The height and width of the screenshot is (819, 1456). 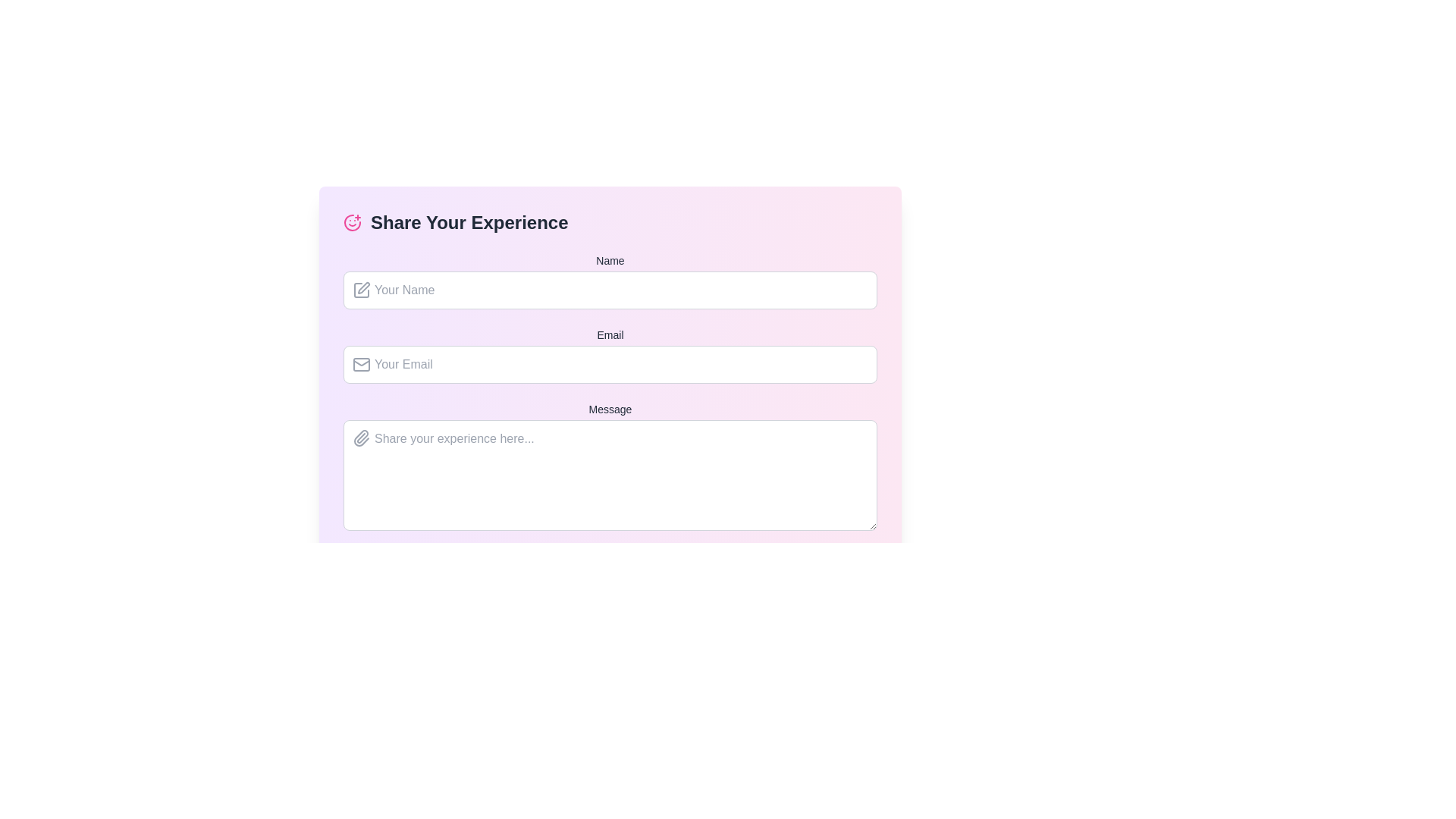 I want to click on the 'Name' label, which is styled in a lowercase sans-serif font, bold, and located above the first input field in the form, so click(x=610, y=259).